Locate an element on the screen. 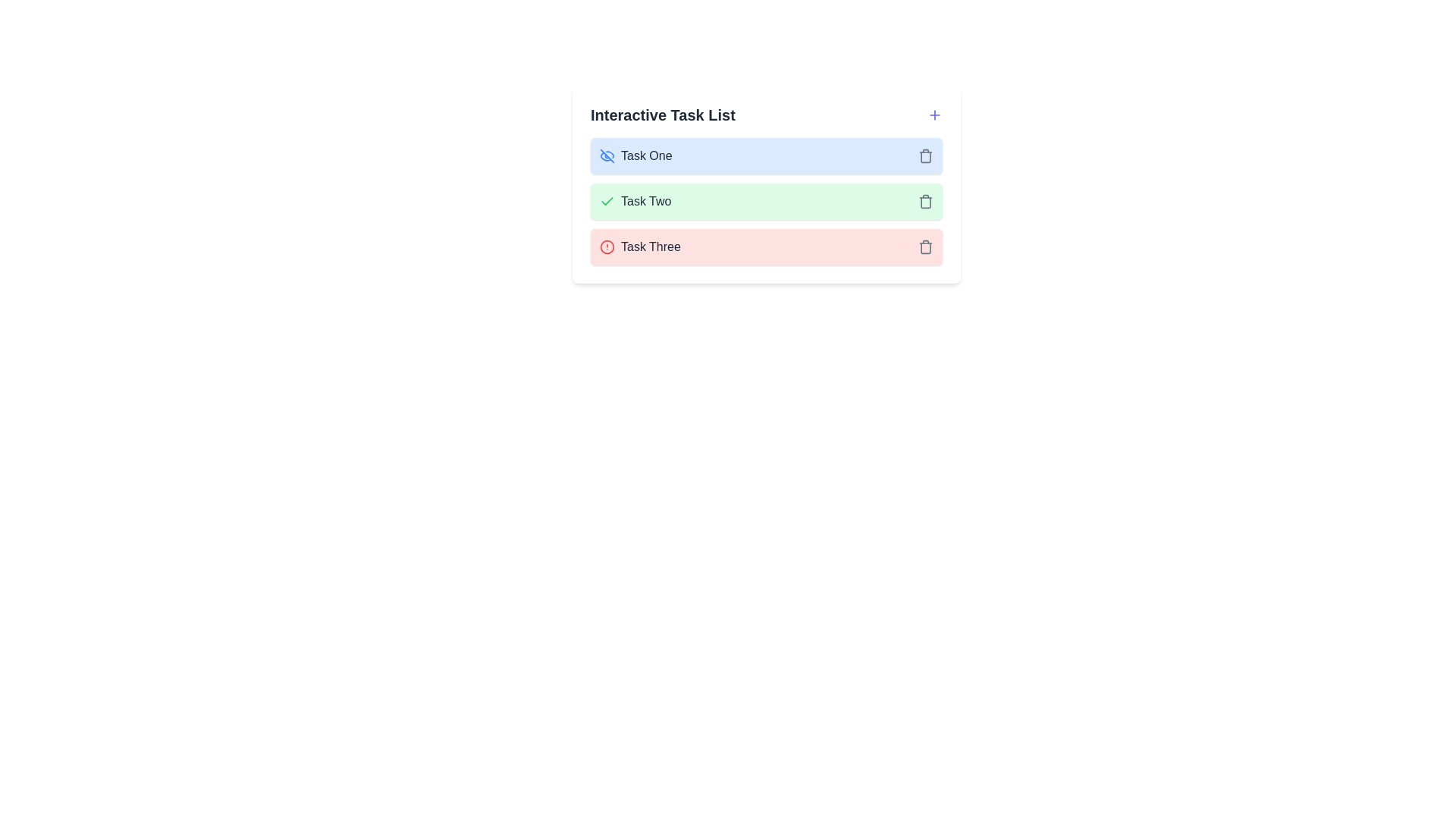  the trash bin icon button located at the top right corner of the 'Task One' section to change its color styling to red is located at coordinates (924, 155).